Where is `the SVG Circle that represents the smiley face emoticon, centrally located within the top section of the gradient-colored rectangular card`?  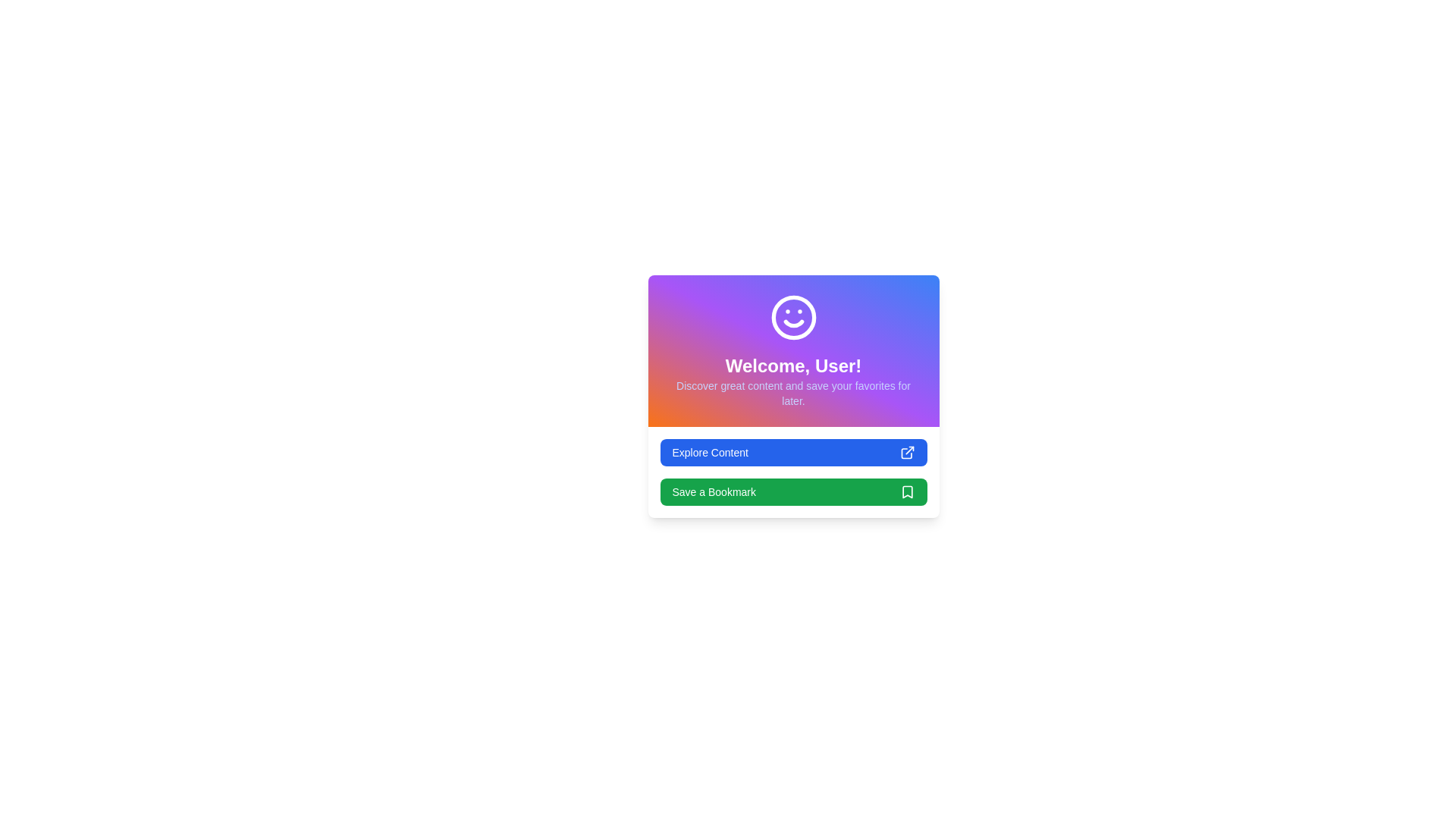
the SVG Circle that represents the smiley face emoticon, centrally located within the top section of the gradient-colored rectangular card is located at coordinates (792, 317).